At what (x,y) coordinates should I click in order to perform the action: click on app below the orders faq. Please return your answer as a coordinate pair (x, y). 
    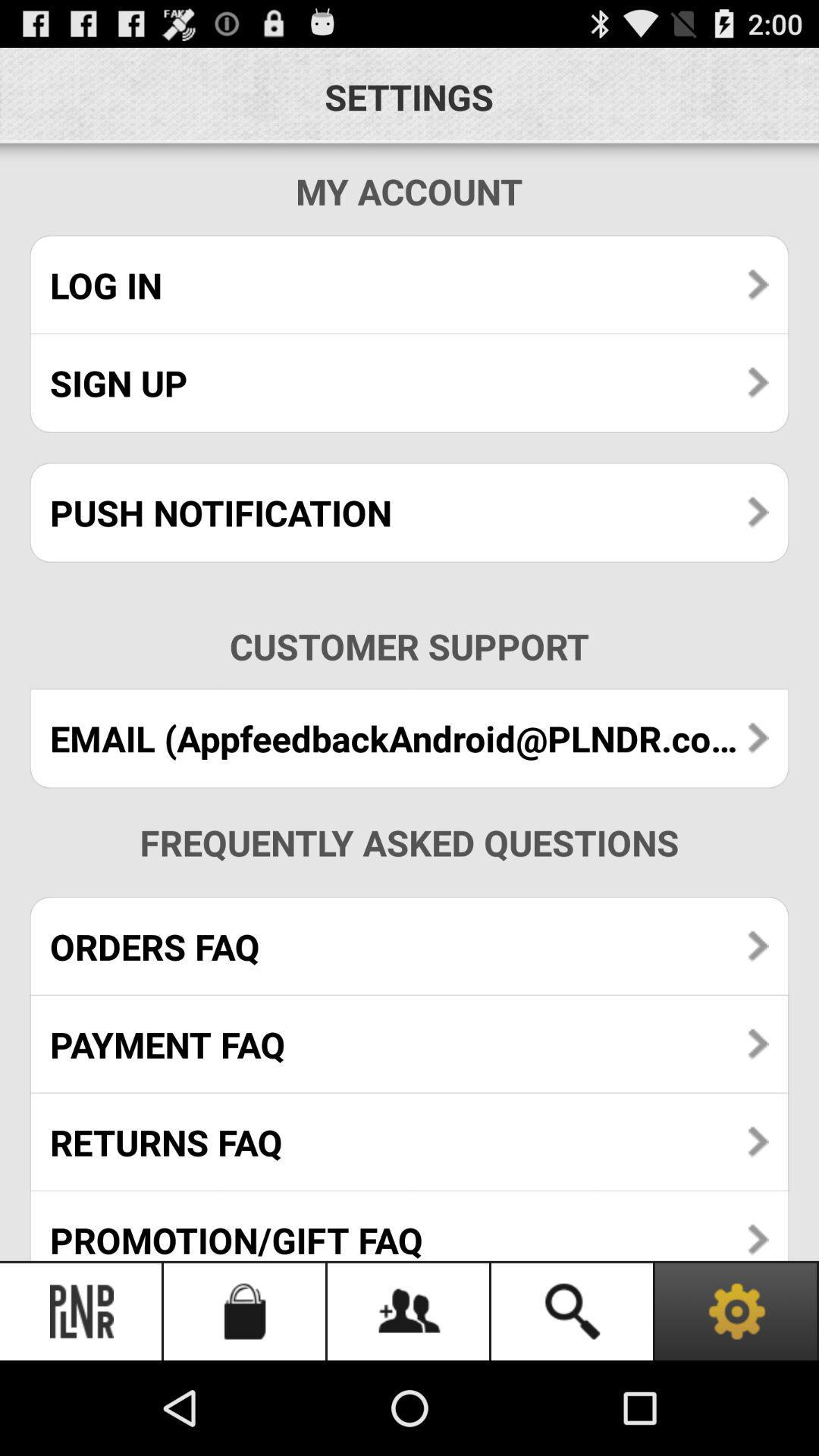
    Looking at the image, I should click on (409, 1043).